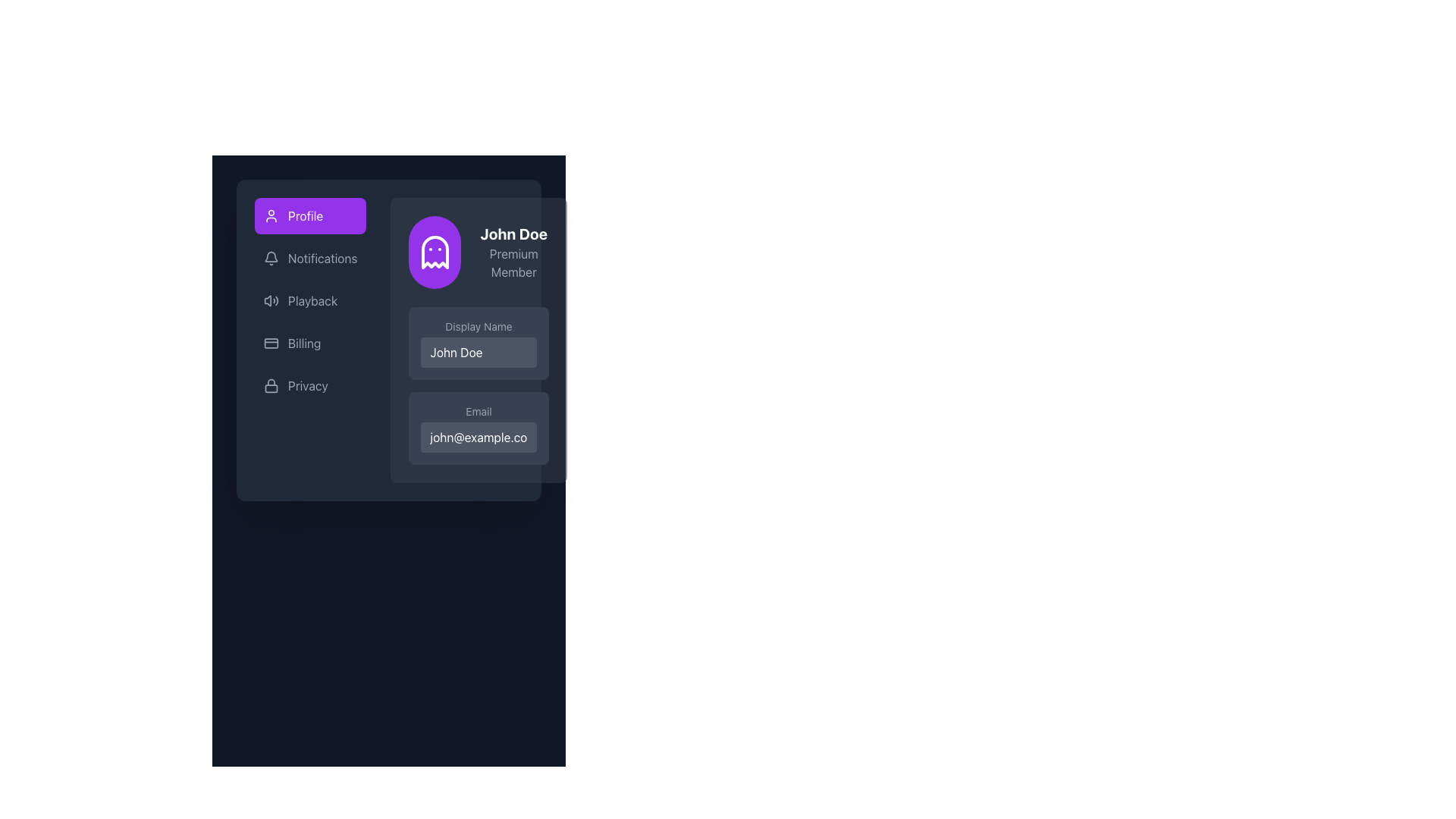 The width and height of the screenshot is (1456, 819). I want to click on to select or activate the 'Notifications' text label located in the sidebar menu, which appears in light gray against a darker background, so click(322, 257).